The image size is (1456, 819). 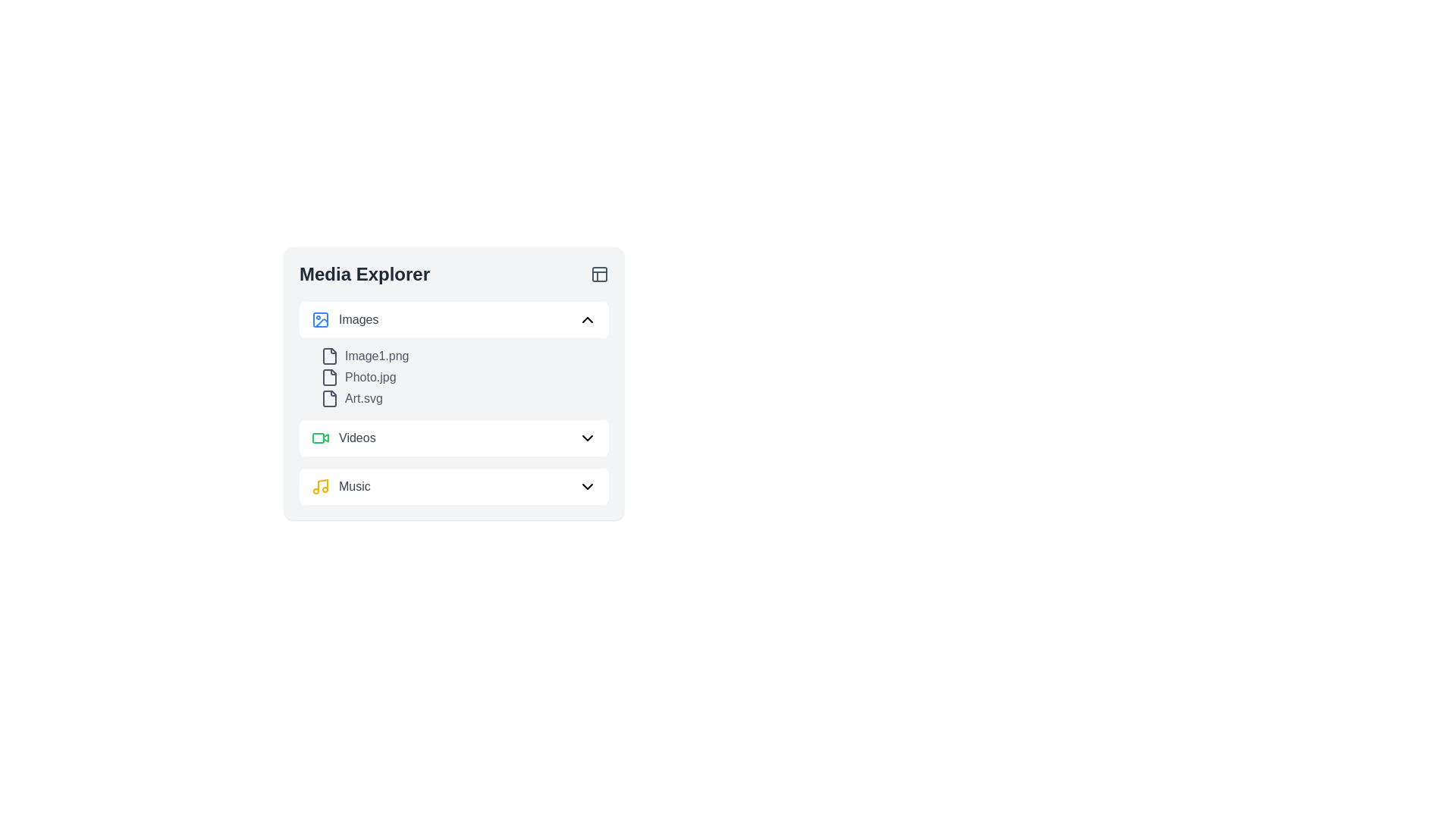 What do you see at coordinates (325, 438) in the screenshot?
I see `the triangular play button component of the green video camera SVG icon located in the 'Media Explorer' section, adjacent to the 'Videos' text` at bounding box center [325, 438].